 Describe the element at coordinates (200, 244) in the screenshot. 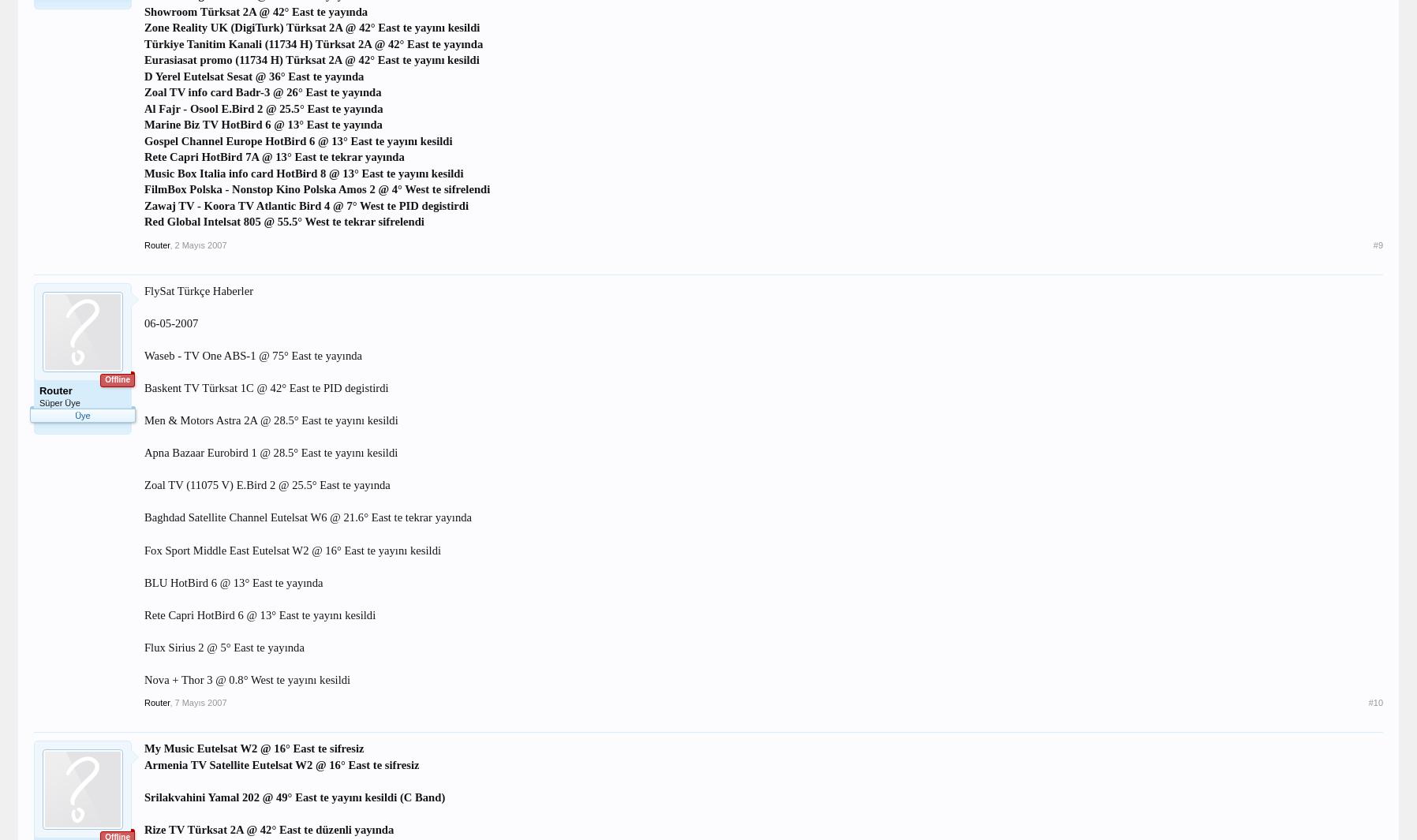

I see `'2 Mayıs 2007'` at that location.